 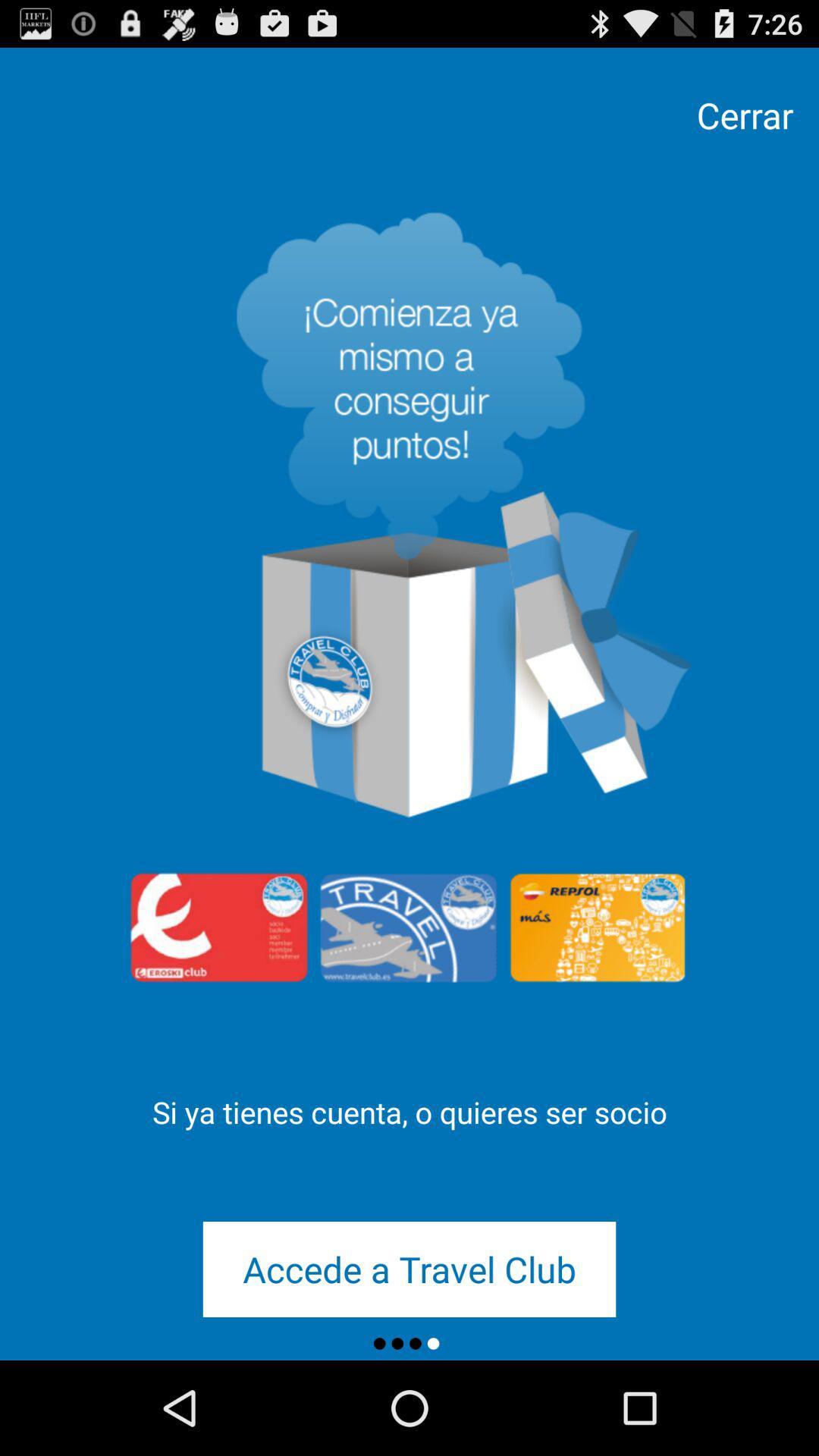 What do you see at coordinates (744, 115) in the screenshot?
I see `the cerrar item` at bounding box center [744, 115].